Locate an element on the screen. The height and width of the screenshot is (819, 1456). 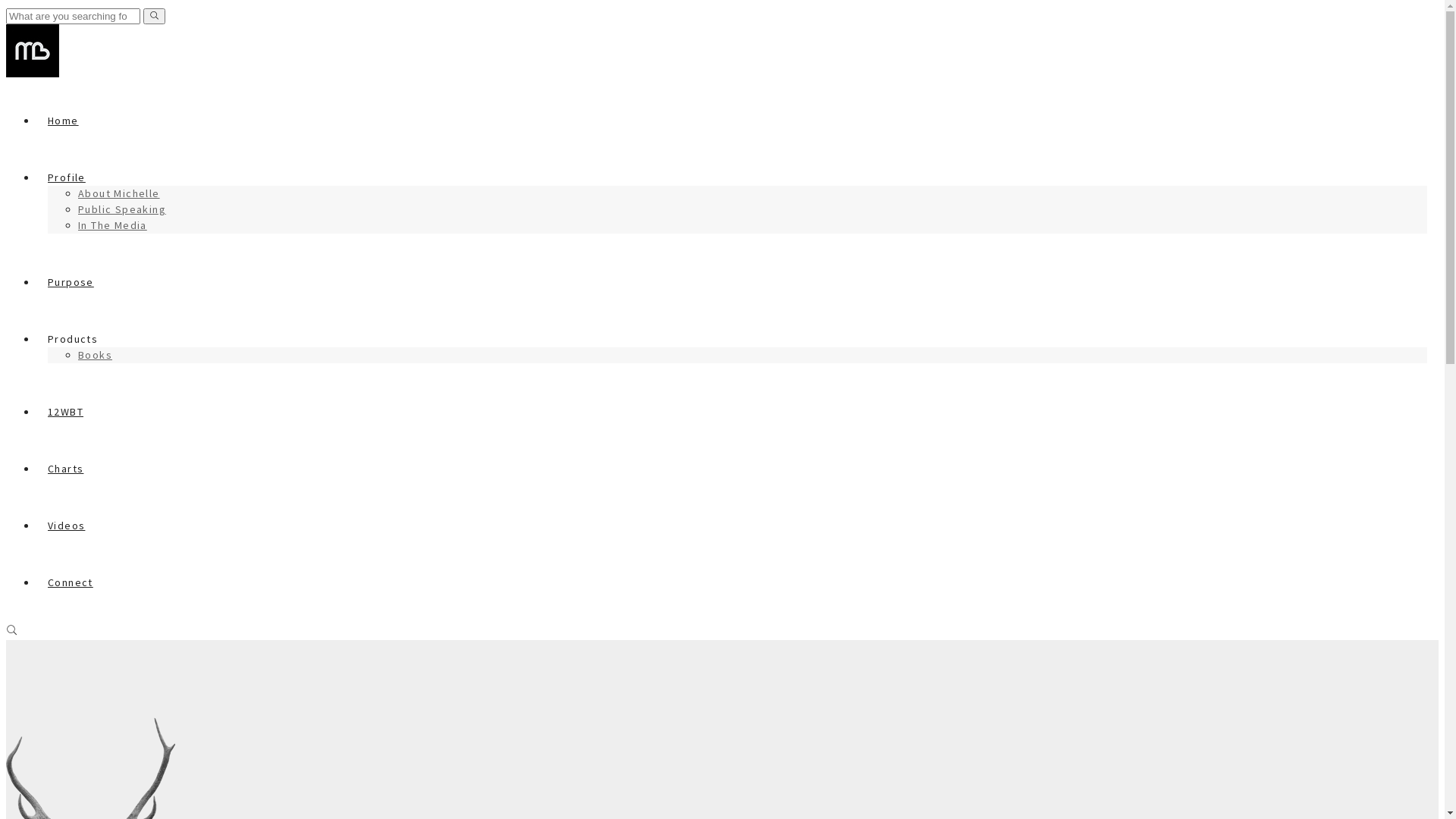
'Connect' is located at coordinates (69, 581).